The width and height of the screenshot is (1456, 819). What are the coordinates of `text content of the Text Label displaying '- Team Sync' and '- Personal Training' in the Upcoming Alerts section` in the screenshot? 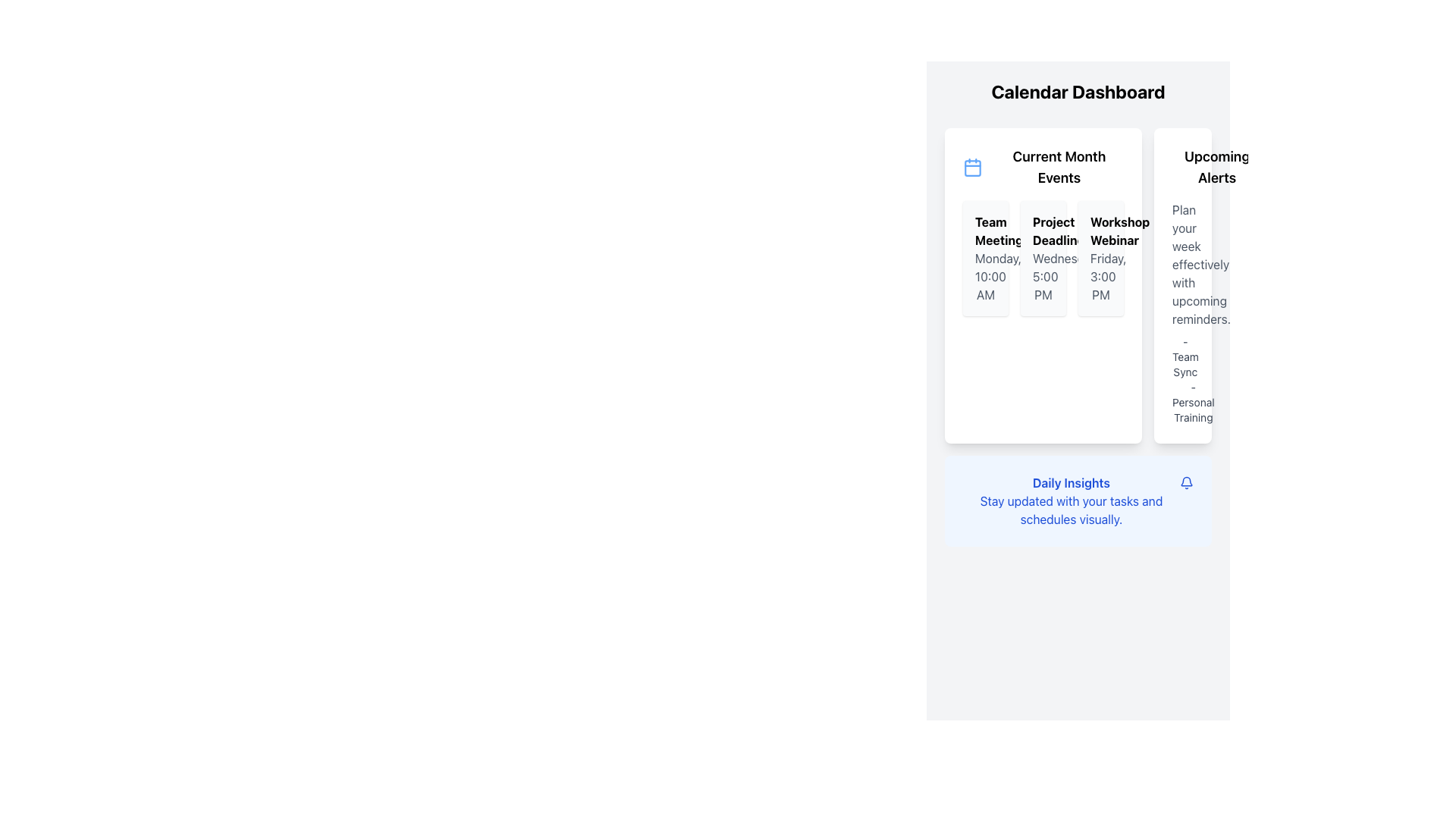 It's located at (1182, 379).